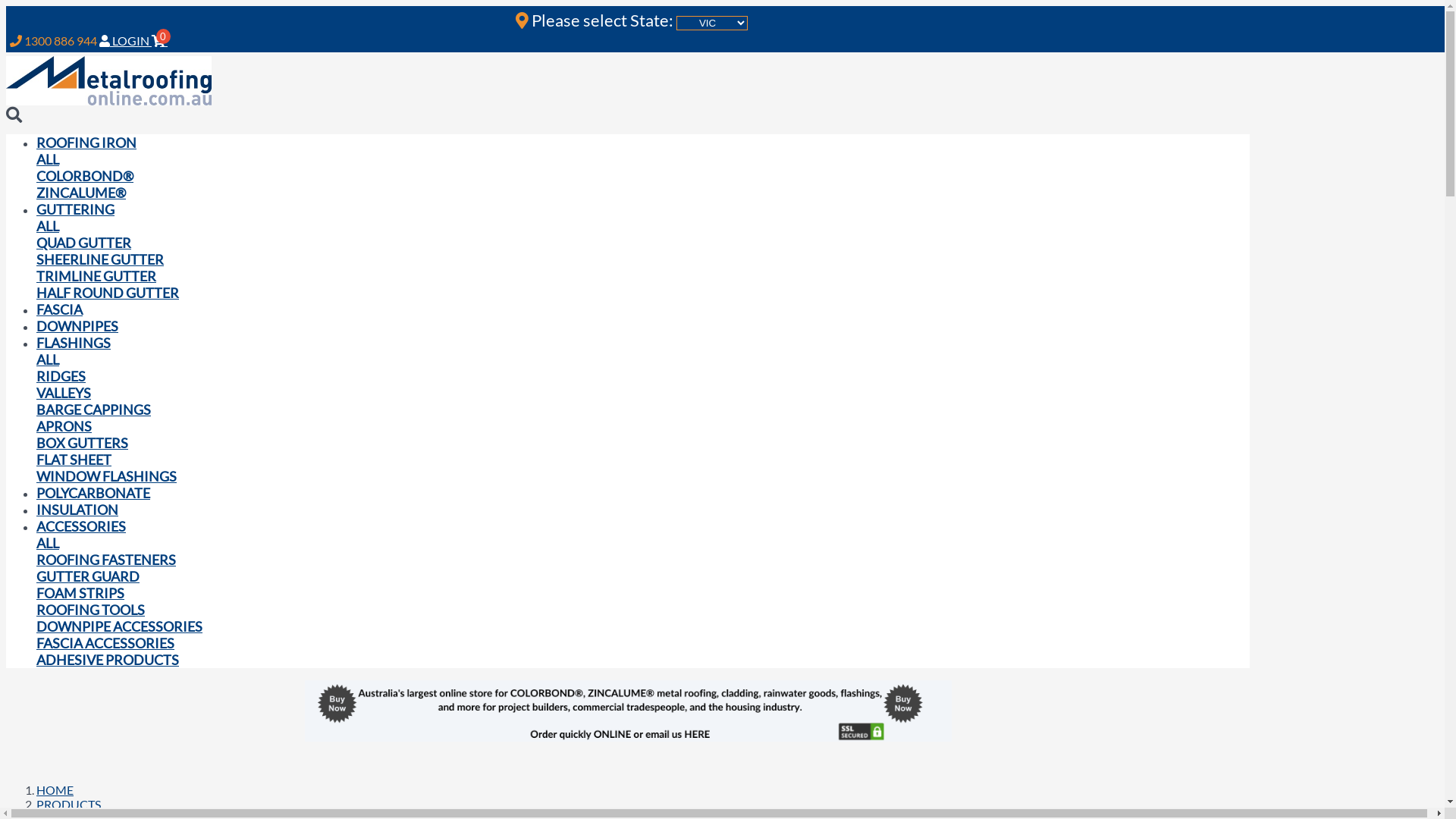 This screenshot has height=819, width=1456. What do you see at coordinates (118, 626) in the screenshot?
I see `'DOWNPIPE ACCESSORIES'` at bounding box center [118, 626].